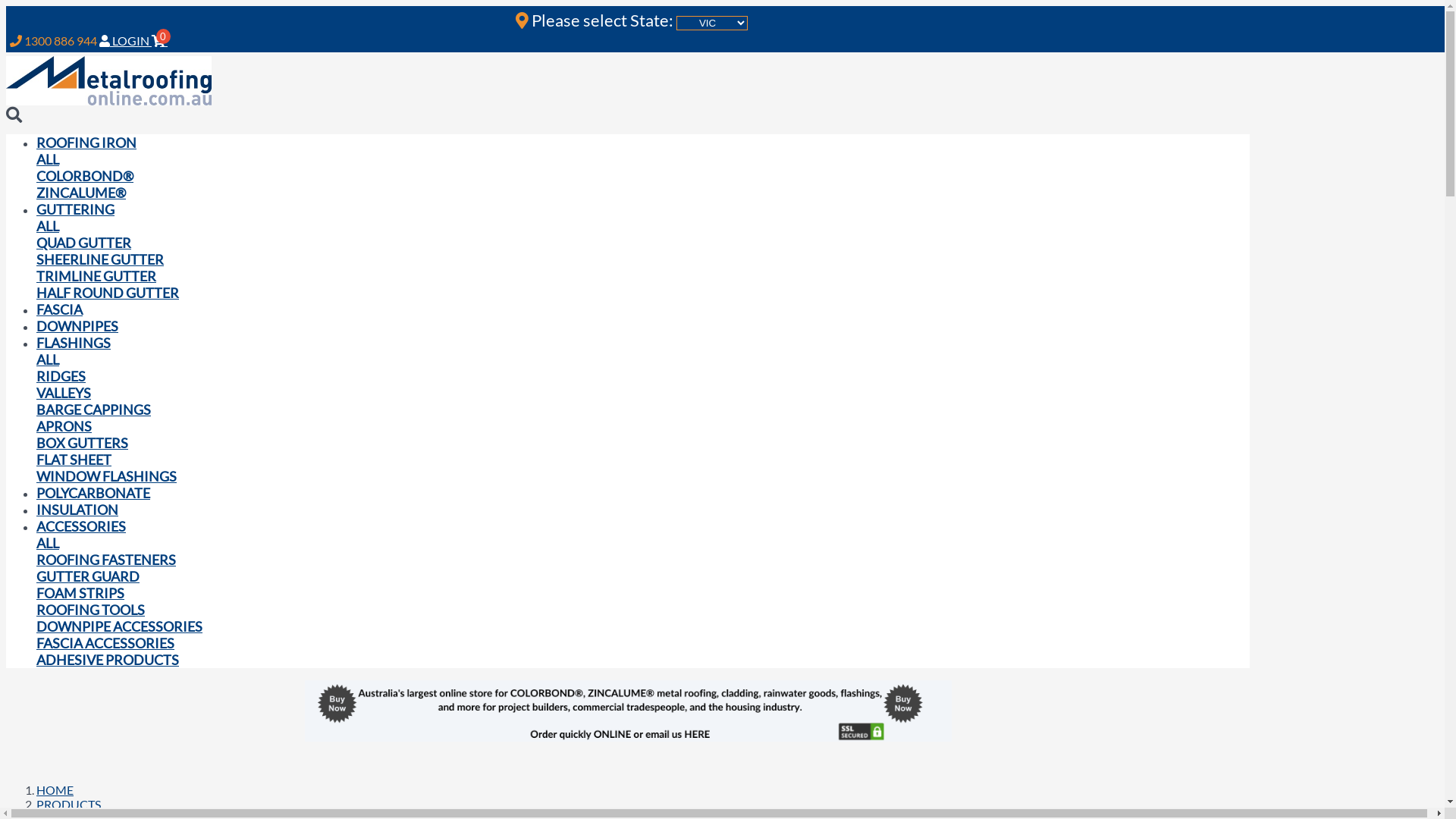 This screenshot has height=819, width=1456. What do you see at coordinates (118, 626) in the screenshot?
I see `'DOWNPIPE ACCESSORIES'` at bounding box center [118, 626].